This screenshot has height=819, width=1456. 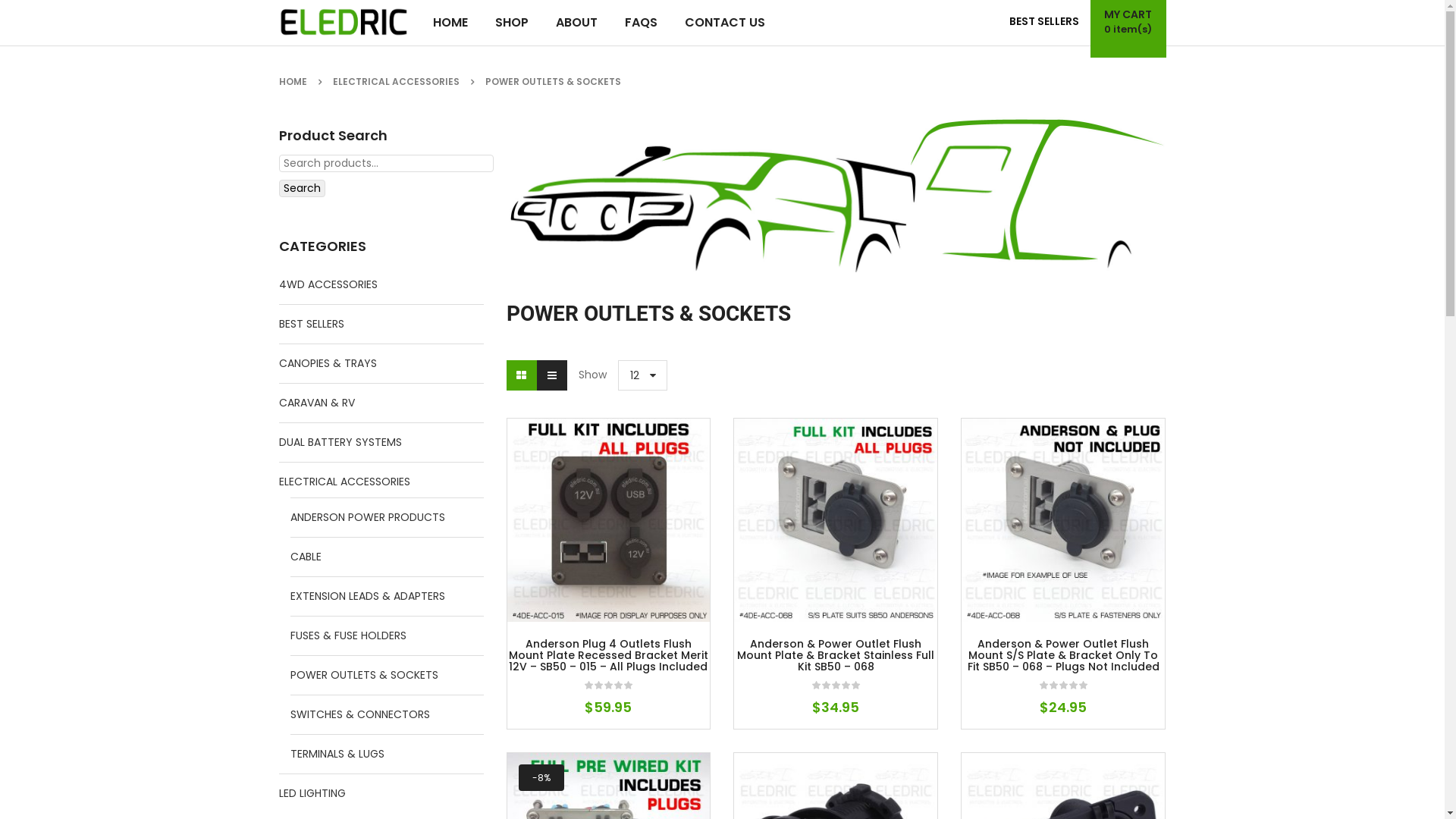 What do you see at coordinates (279, 792) in the screenshot?
I see `'LED LIGHTING'` at bounding box center [279, 792].